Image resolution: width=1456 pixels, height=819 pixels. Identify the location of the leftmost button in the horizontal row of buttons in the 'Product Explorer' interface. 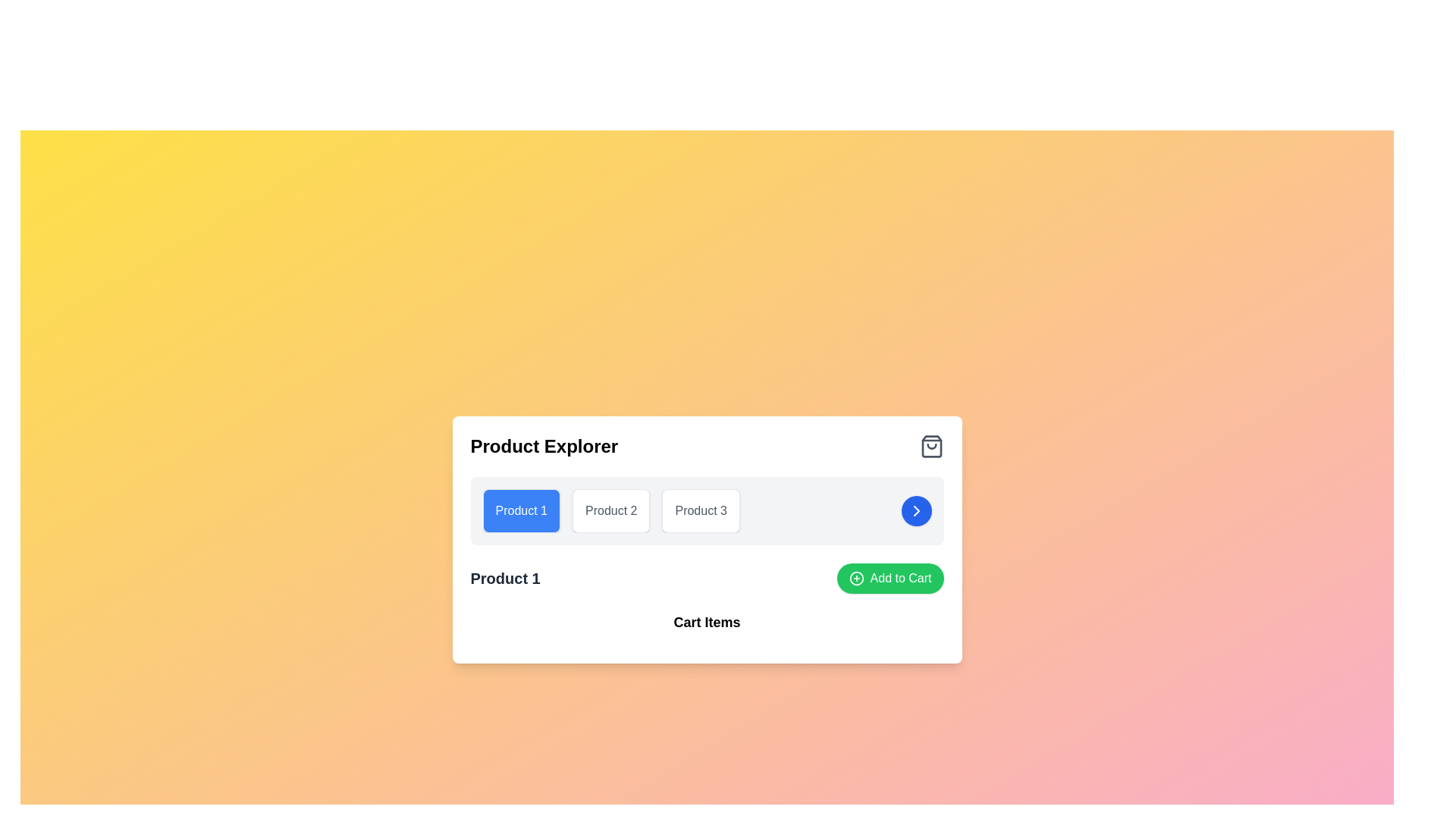
(521, 511).